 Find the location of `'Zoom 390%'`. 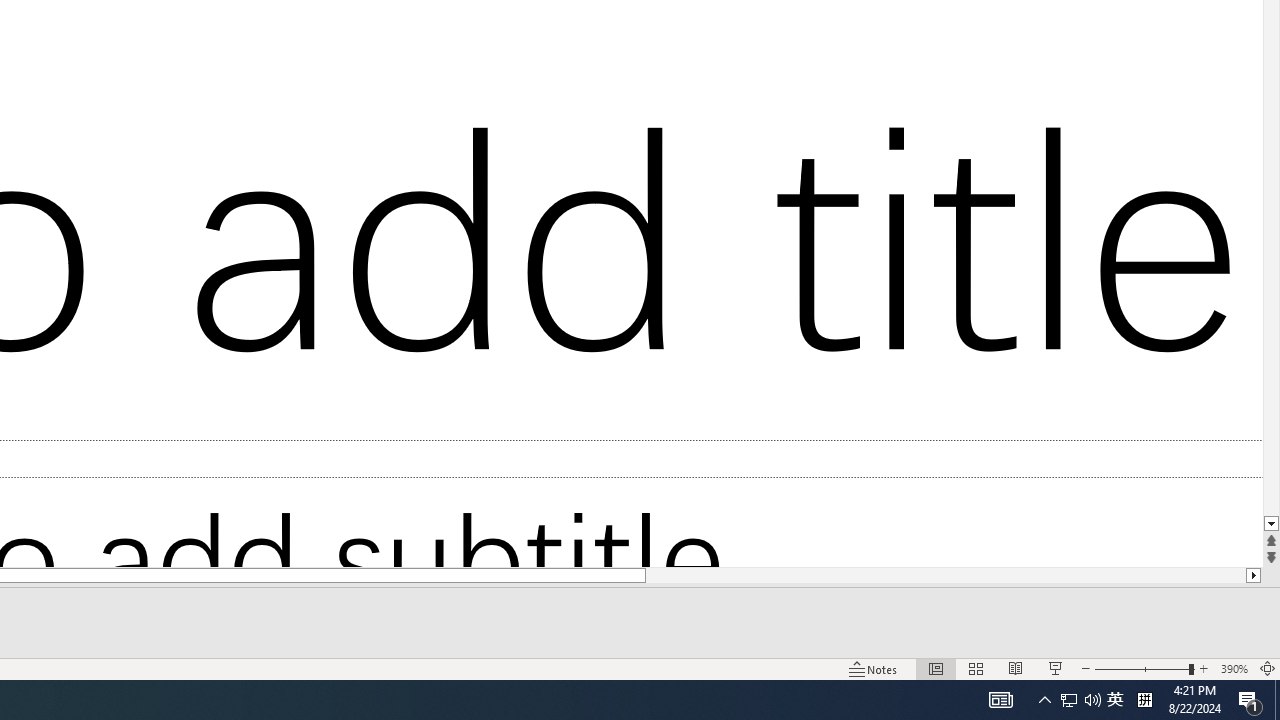

'Zoom 390%' is located at coordinates (1233, 669).